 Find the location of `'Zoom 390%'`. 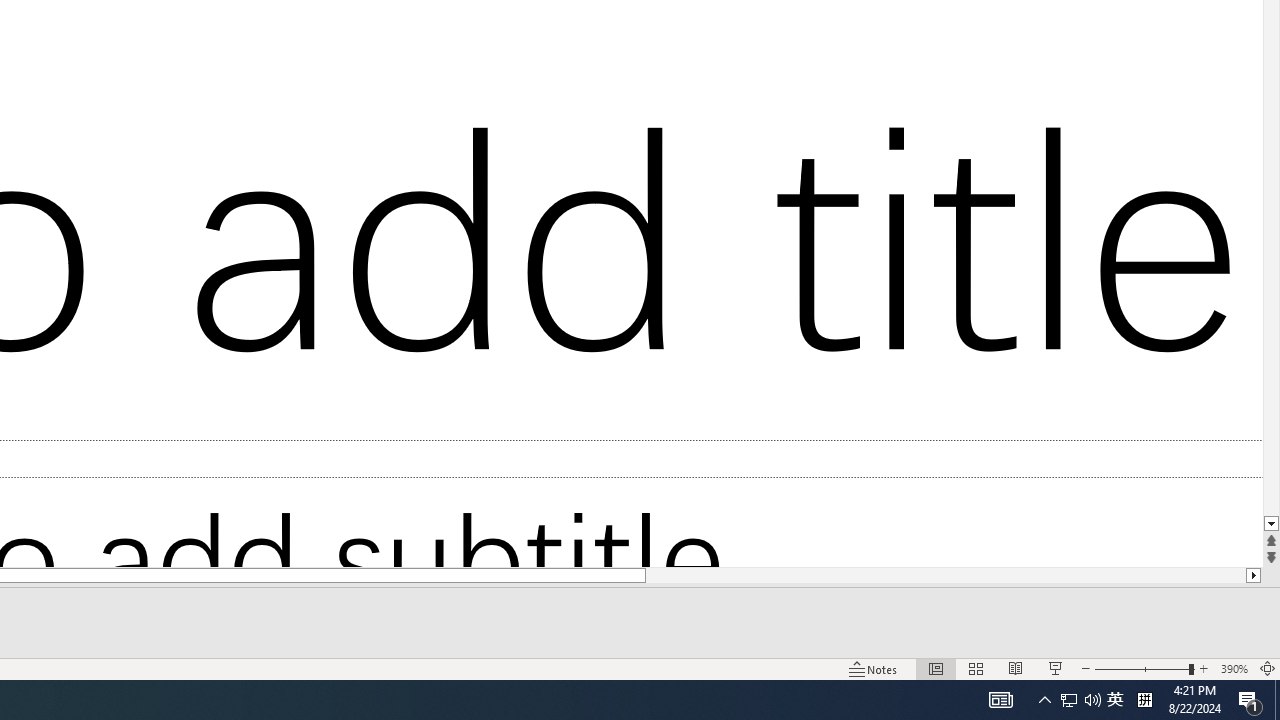

'Zoom 390%' is located at coordinates (1233, 669).